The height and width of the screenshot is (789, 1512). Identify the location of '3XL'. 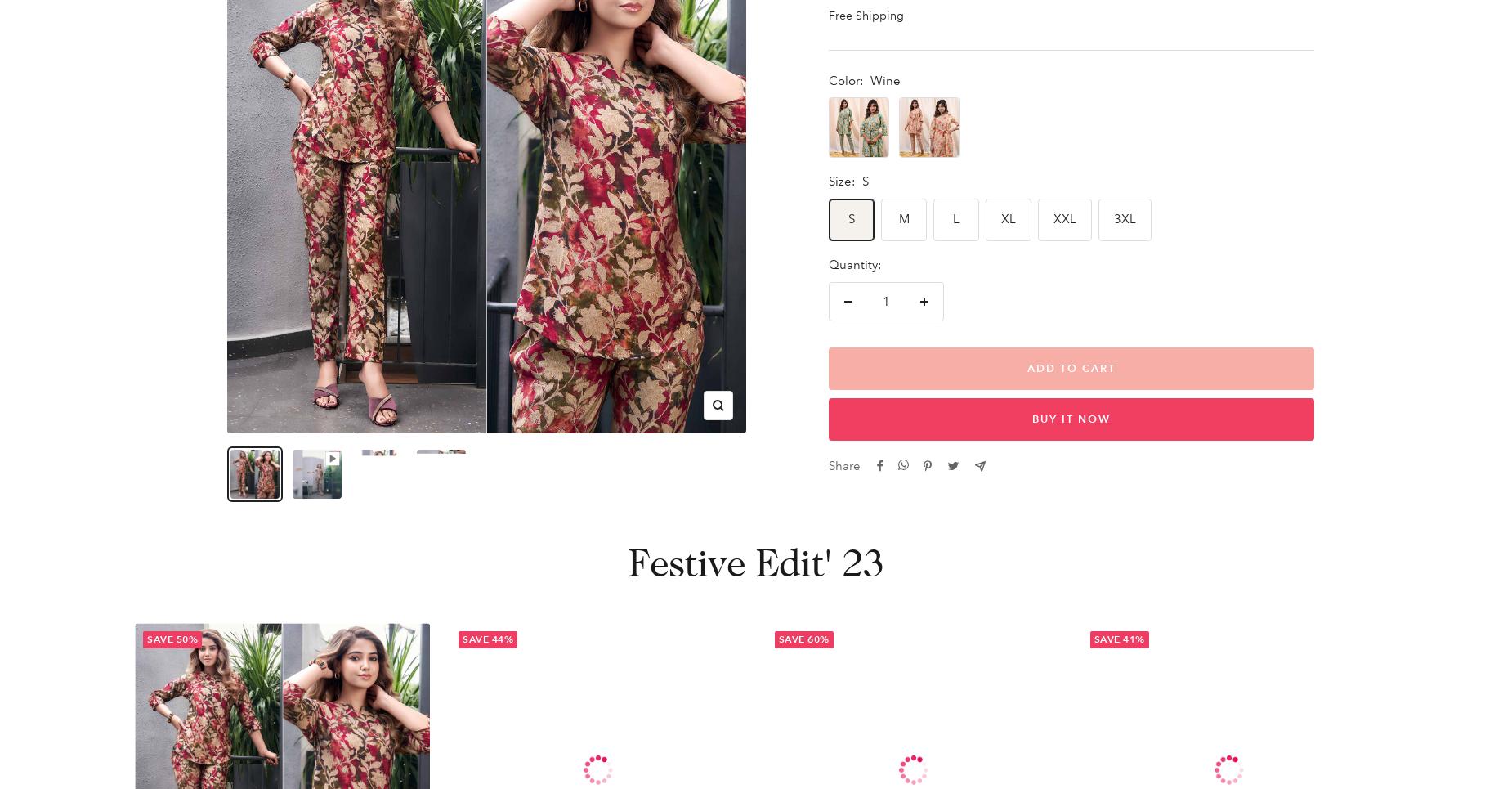
(1124, 218).